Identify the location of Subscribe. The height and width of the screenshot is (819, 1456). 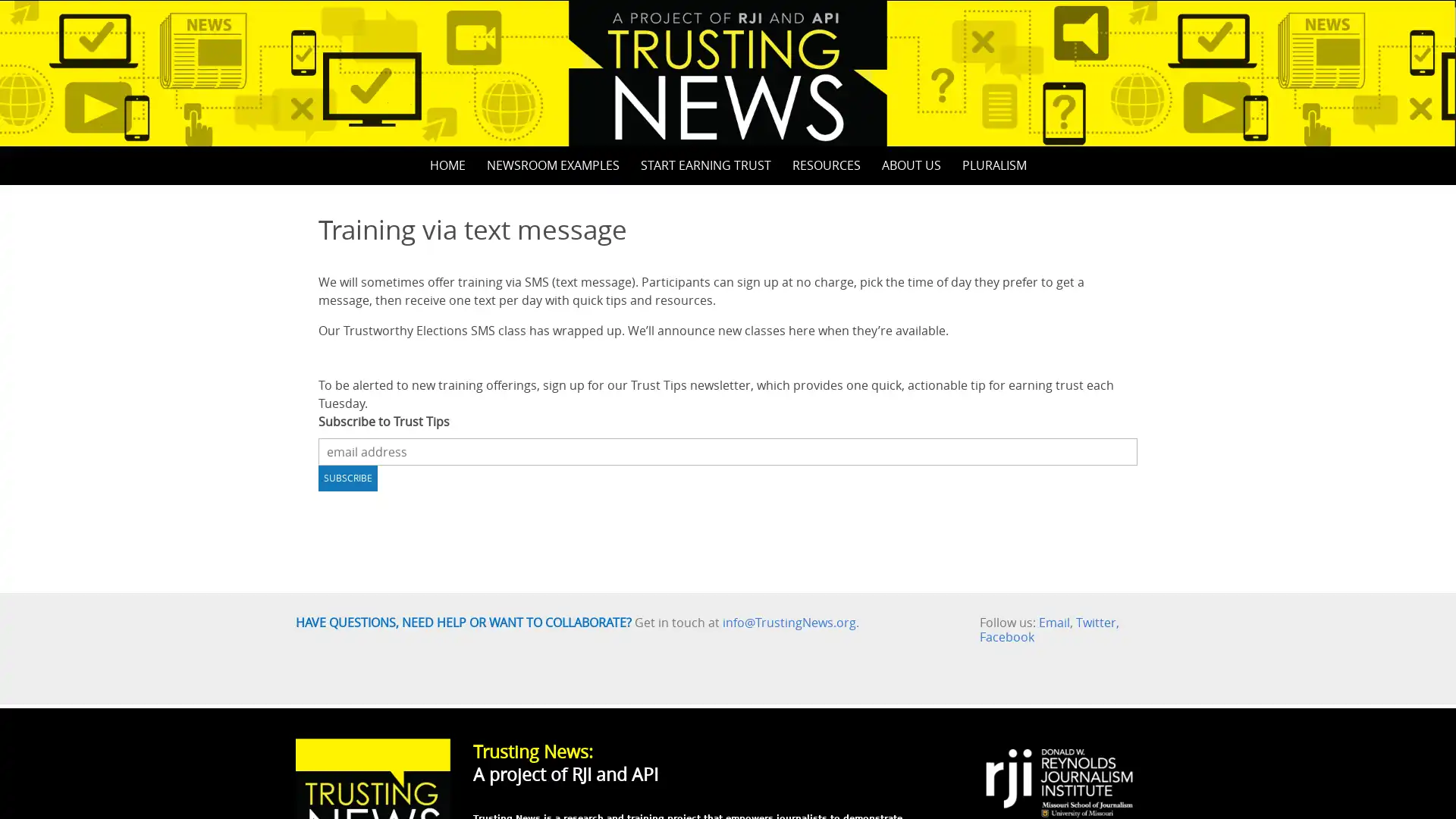
(347, 476).